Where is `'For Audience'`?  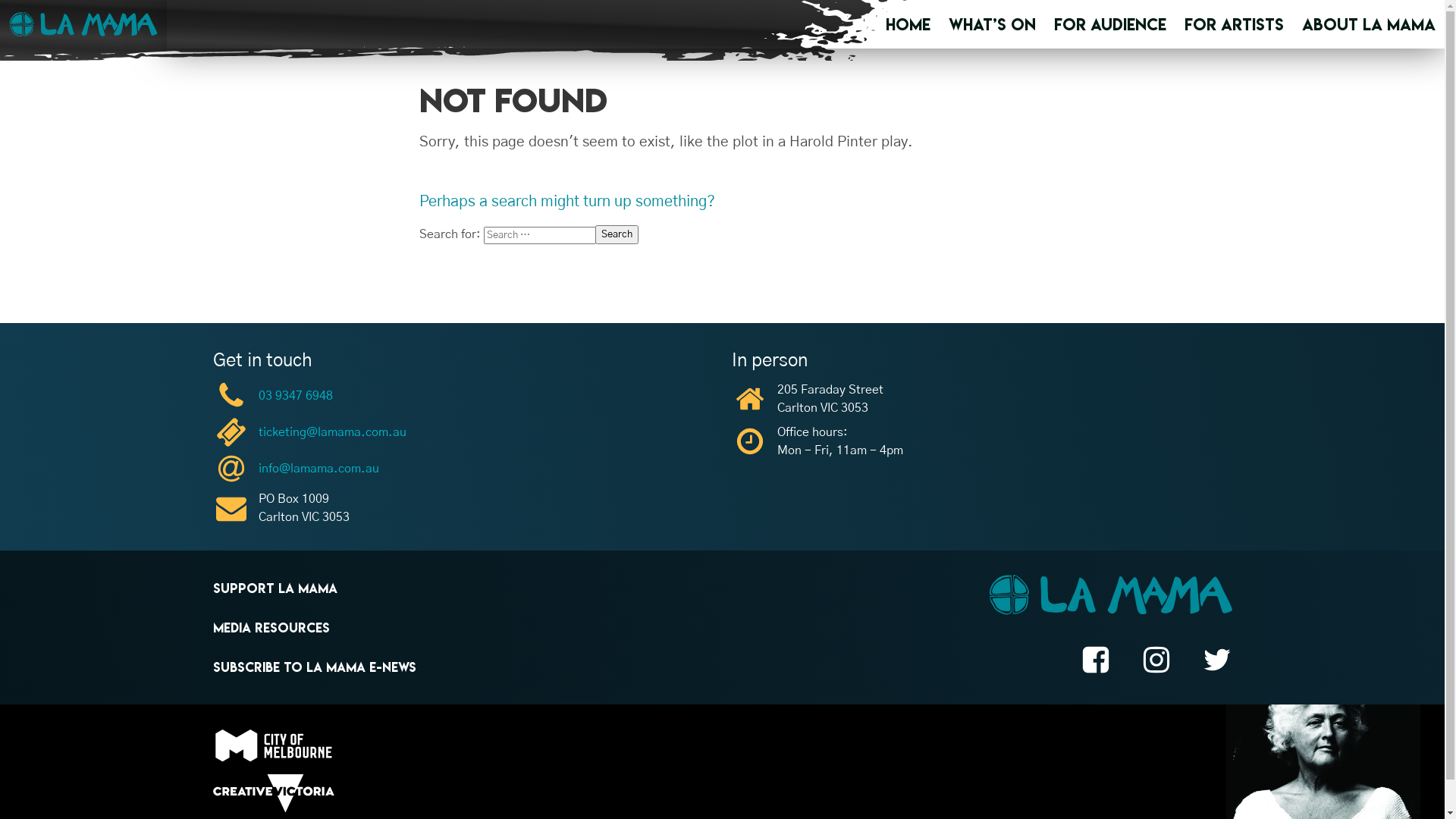
'For Audience' is located at coordinates (1053, 24).